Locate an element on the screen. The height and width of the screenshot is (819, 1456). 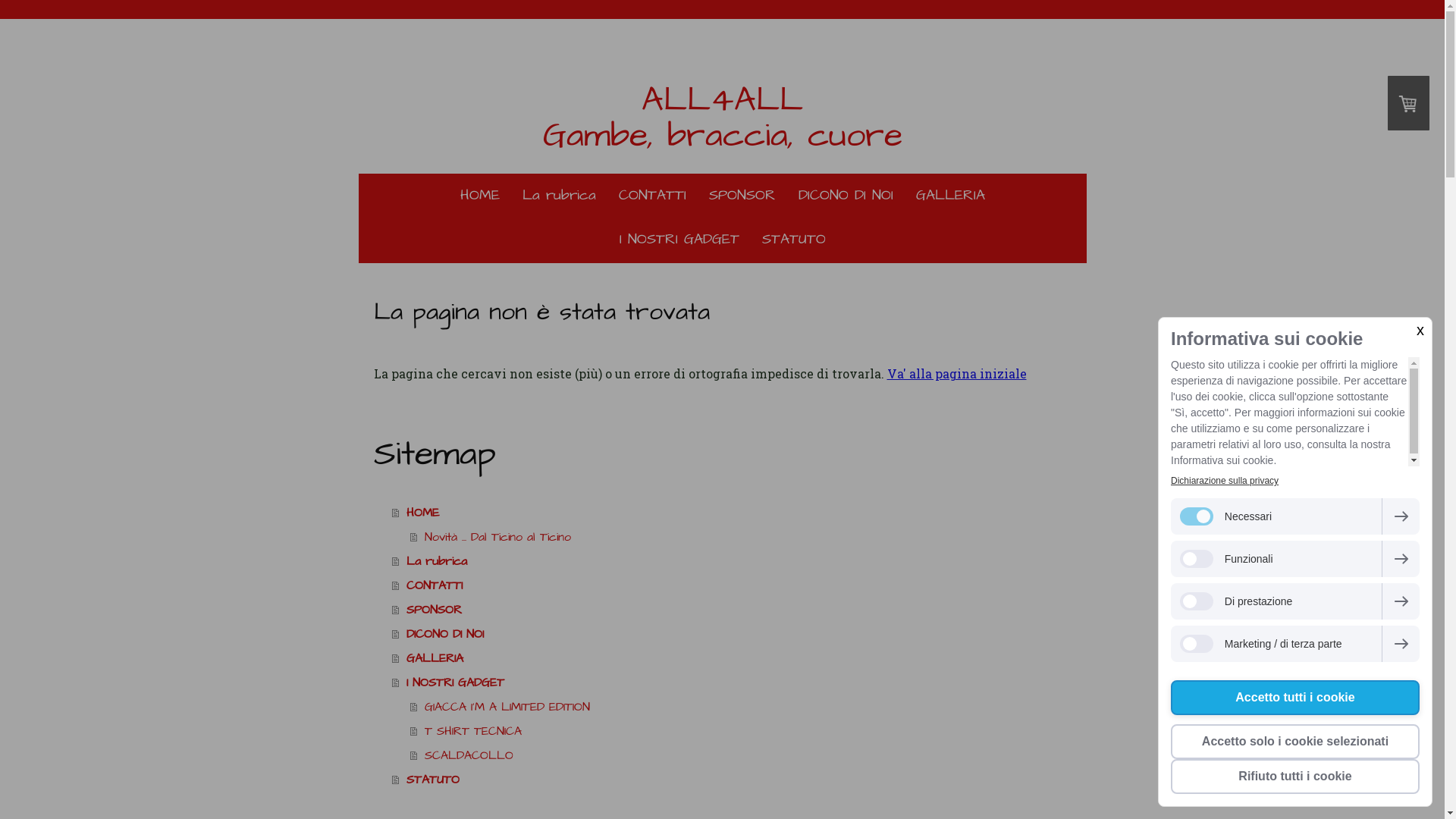
'Accetto solo i cookie selezionati' is located at coordinates (1294, 741).